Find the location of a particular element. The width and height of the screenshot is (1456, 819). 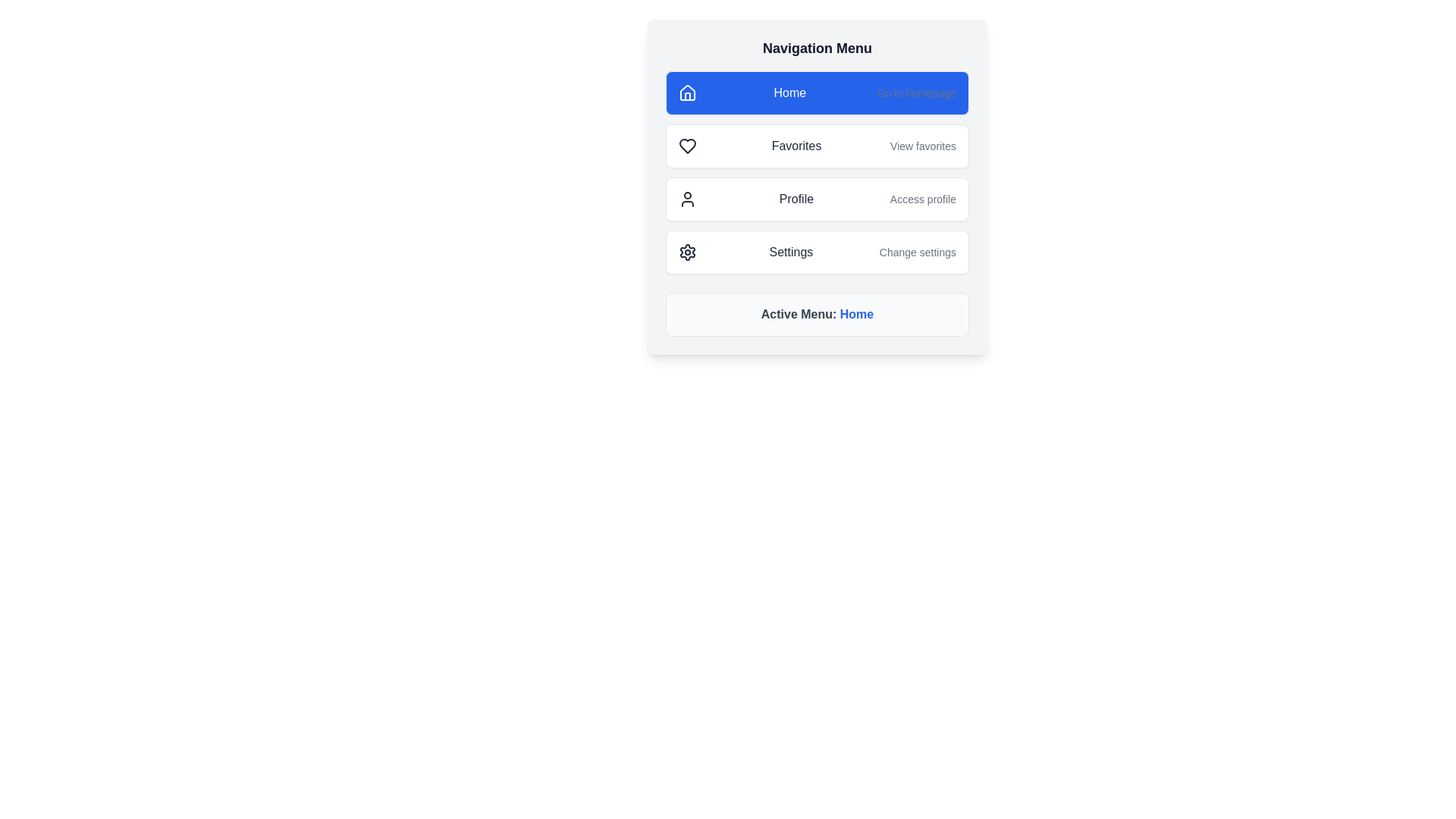

the 'Profile' text label in the navigation menu is located at coordinates (795, 198).